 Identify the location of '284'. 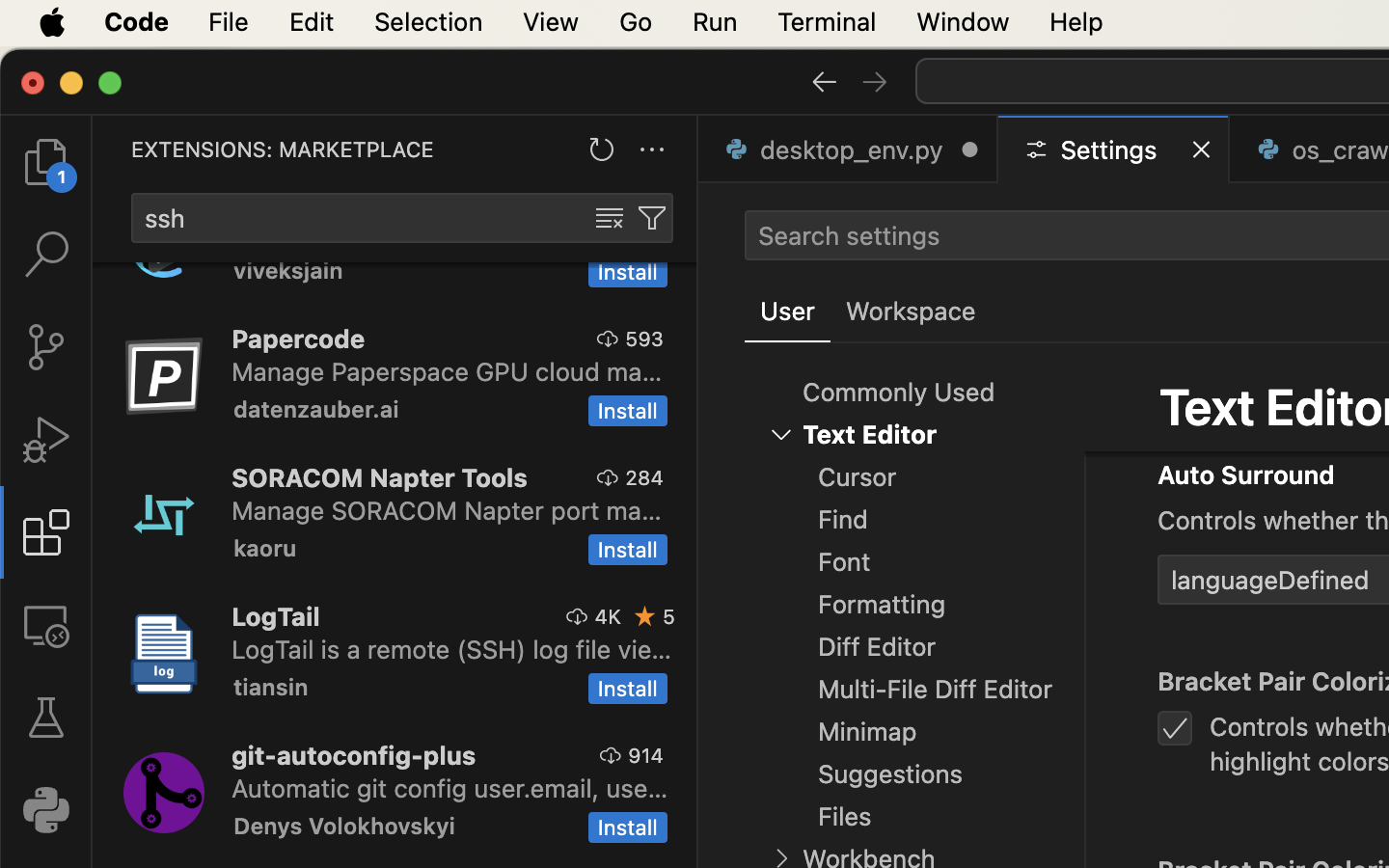
(644, 476).